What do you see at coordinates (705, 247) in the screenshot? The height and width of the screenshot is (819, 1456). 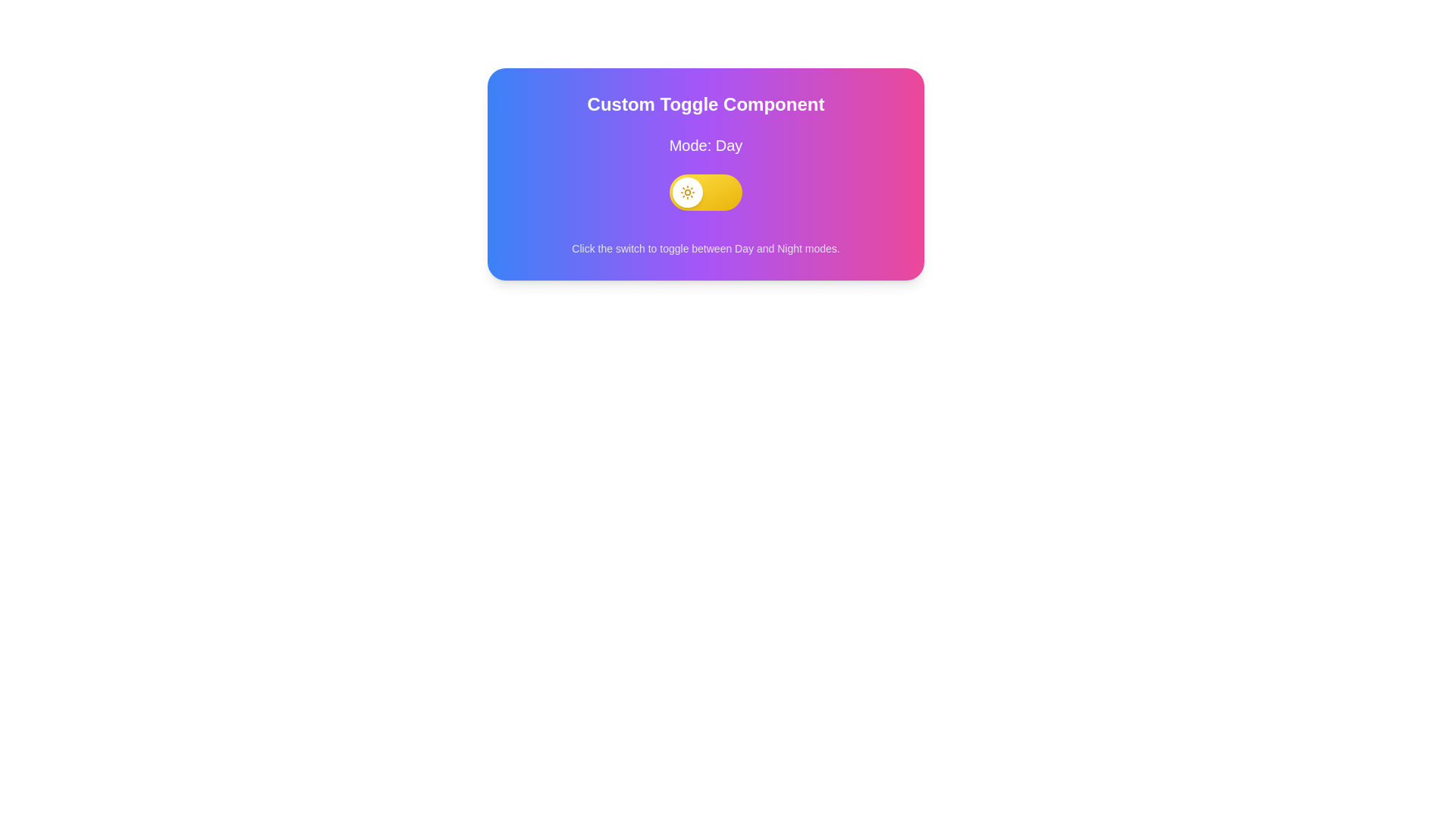 I see `instructional guidance text label located at the bottom of the card, centered horizontally, providing interaction instructions for the toggle switch above it` at bounding box center [705, 247].